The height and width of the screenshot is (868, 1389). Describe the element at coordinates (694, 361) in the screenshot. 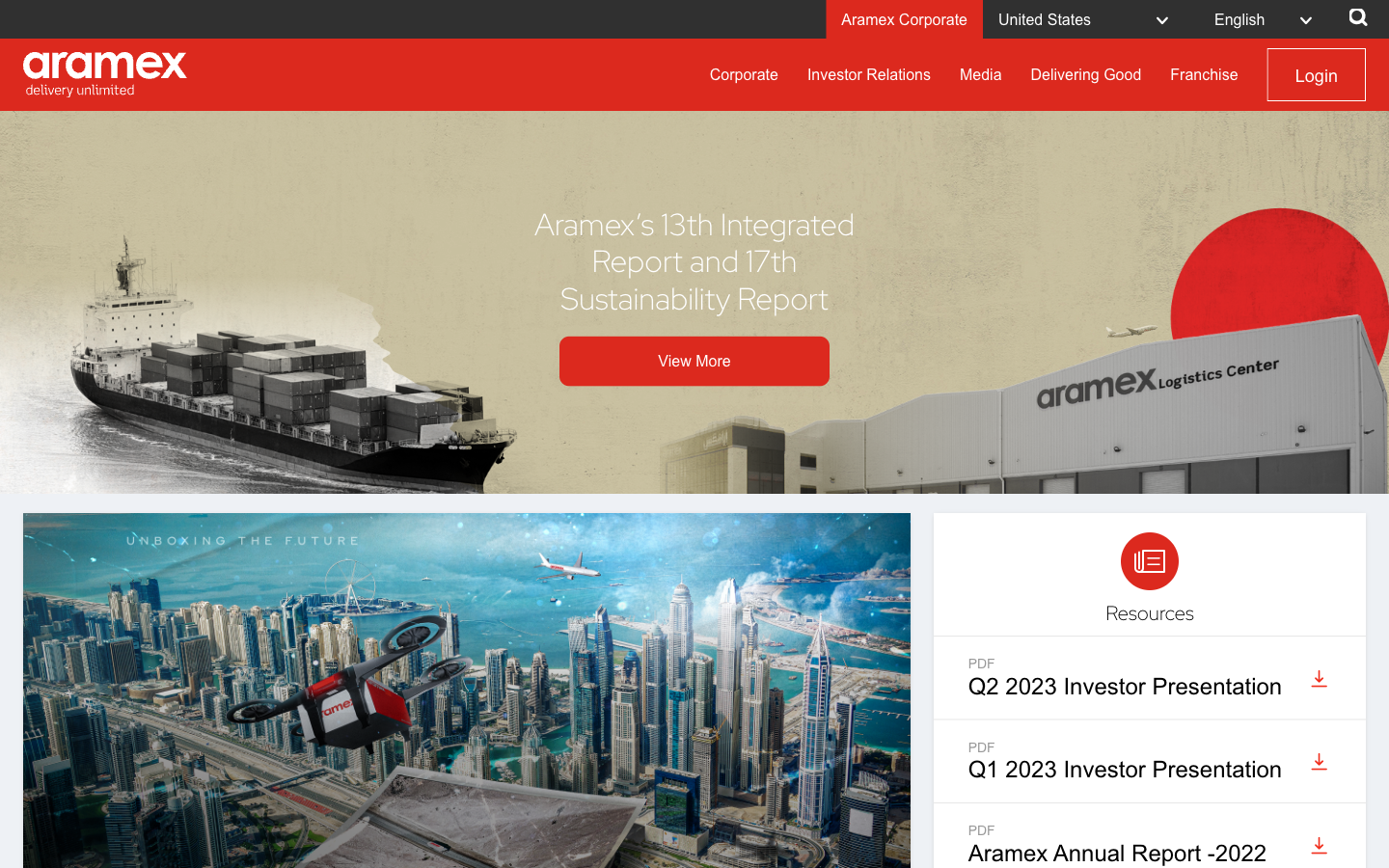

I see `the "view more" option for the 13th Integrated Report and 17th Sustainability Report of Aramex` at that location.